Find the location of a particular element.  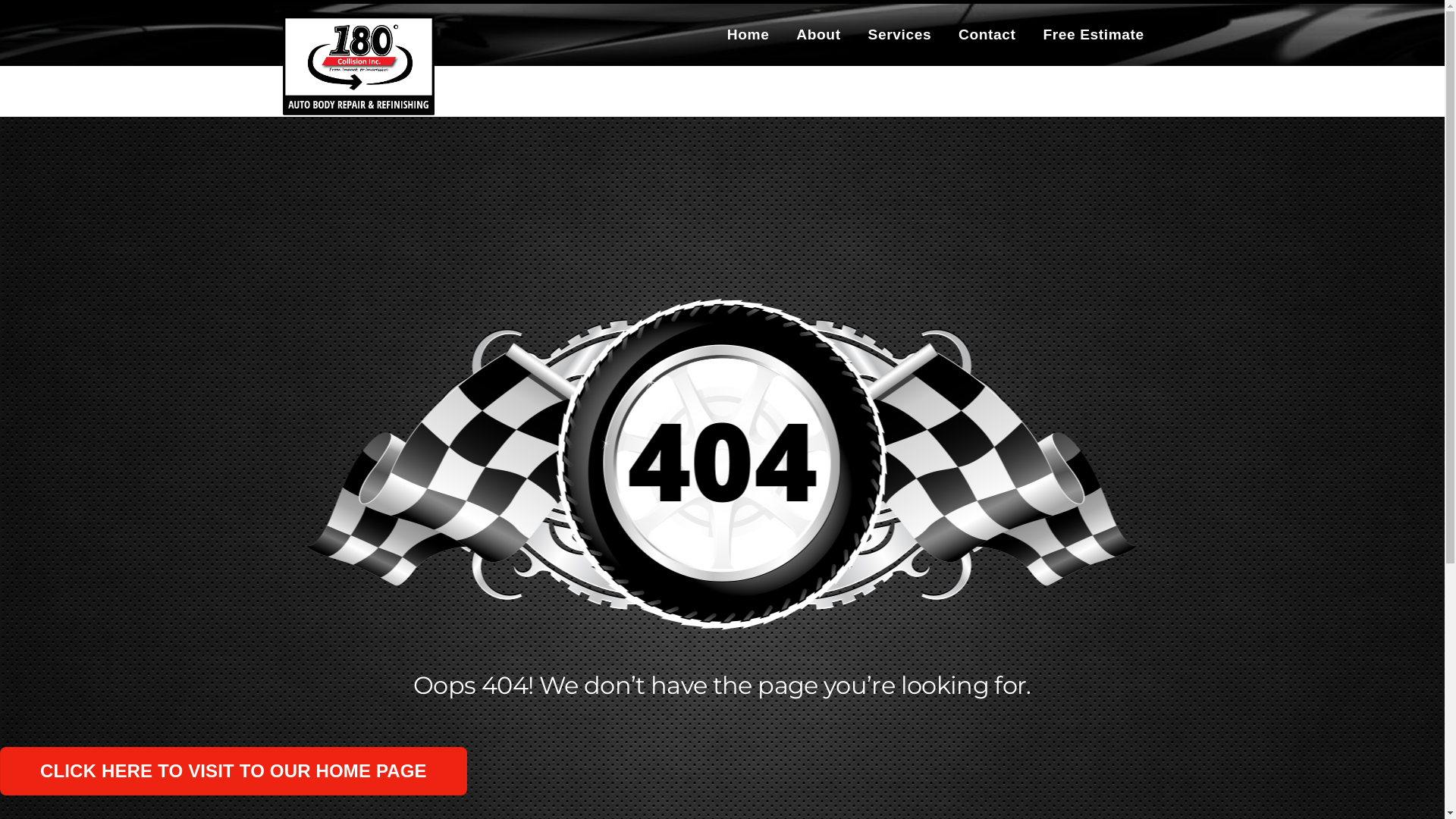

'Free Estimate' is located at coordinates (1093, 34).